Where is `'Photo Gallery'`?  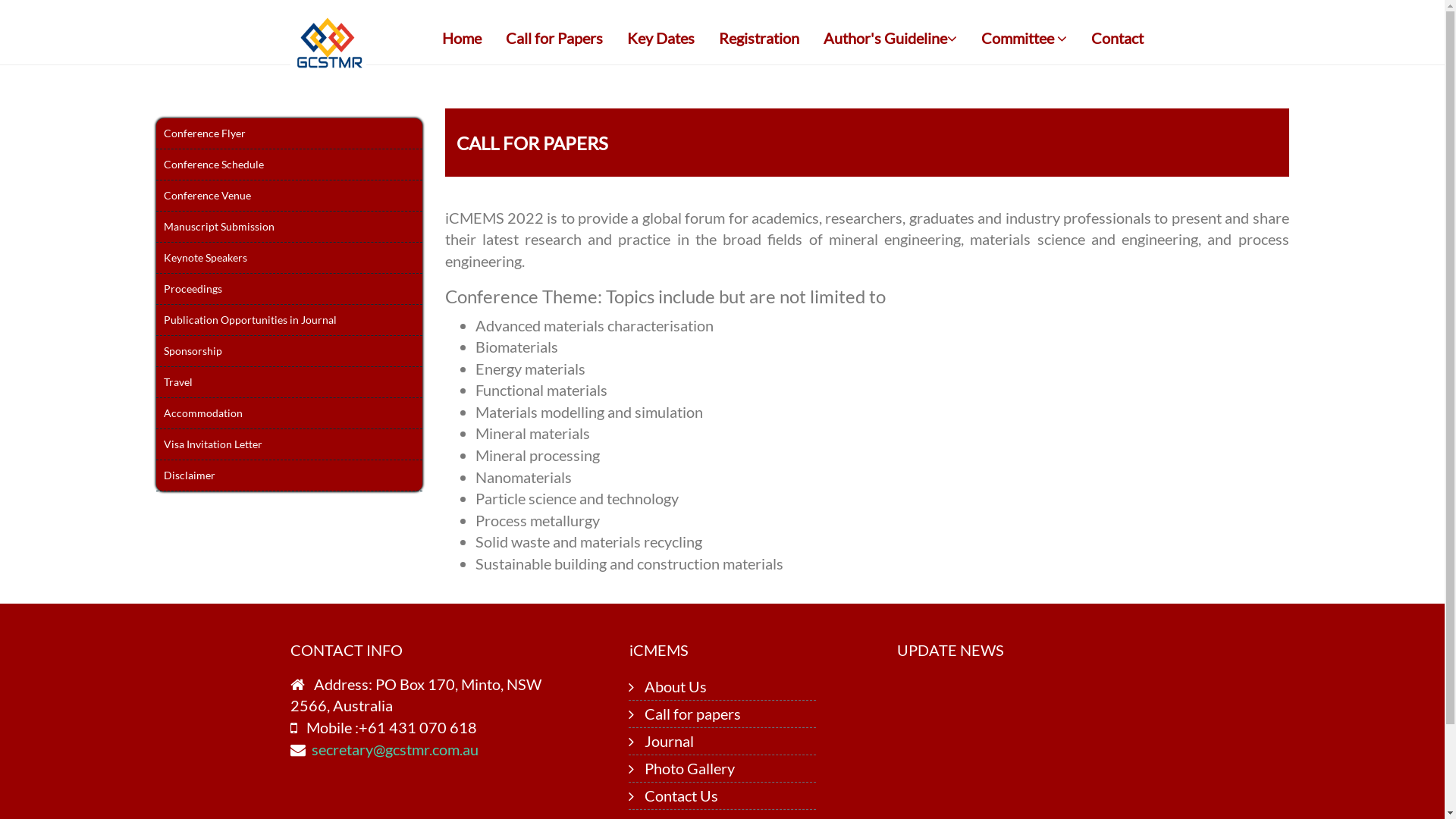 'Photo Gallery' is located at coordinates (689, 768).